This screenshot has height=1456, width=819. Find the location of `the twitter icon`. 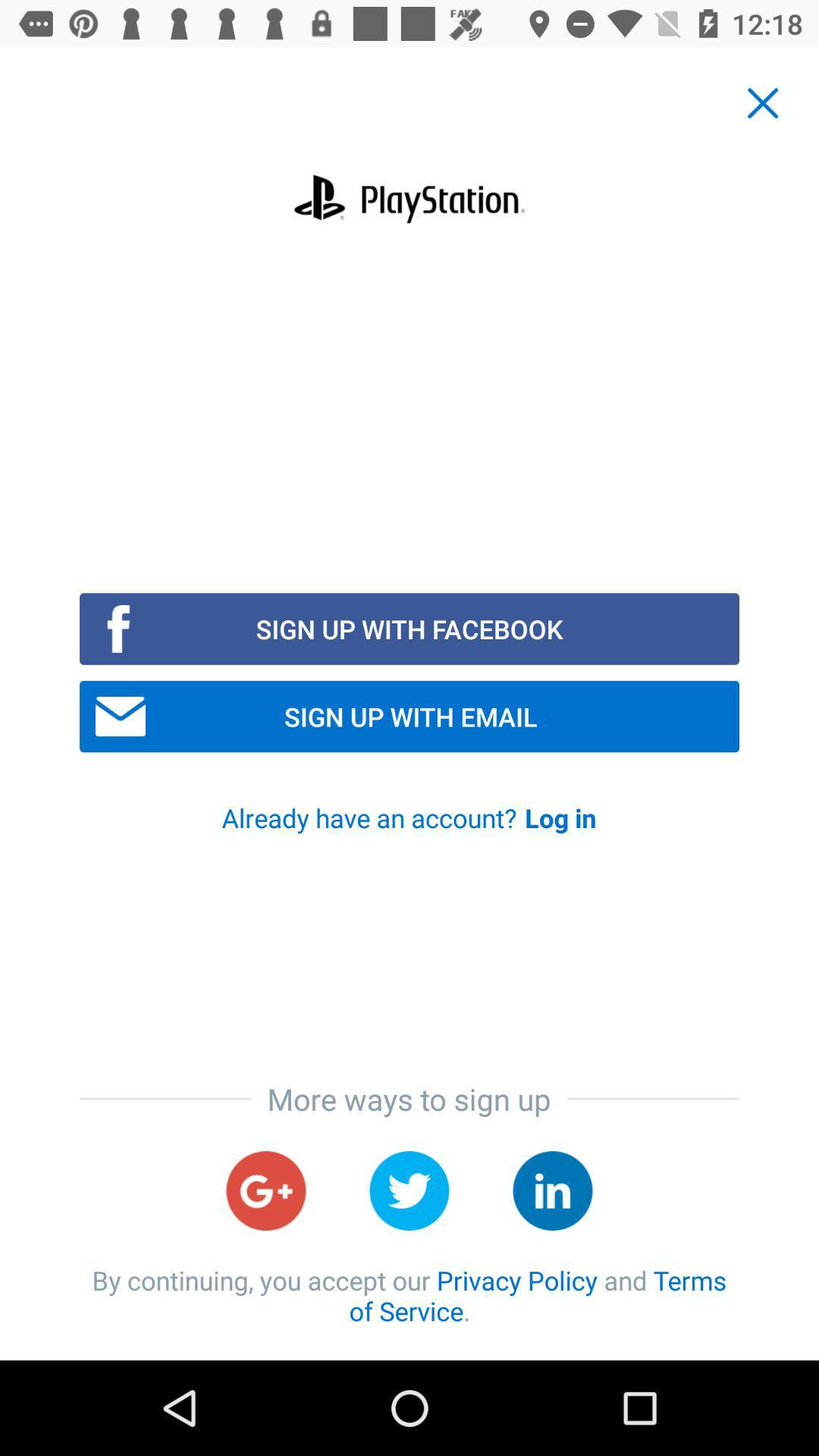

the twitter icon is located at coordinates (409, 1190).